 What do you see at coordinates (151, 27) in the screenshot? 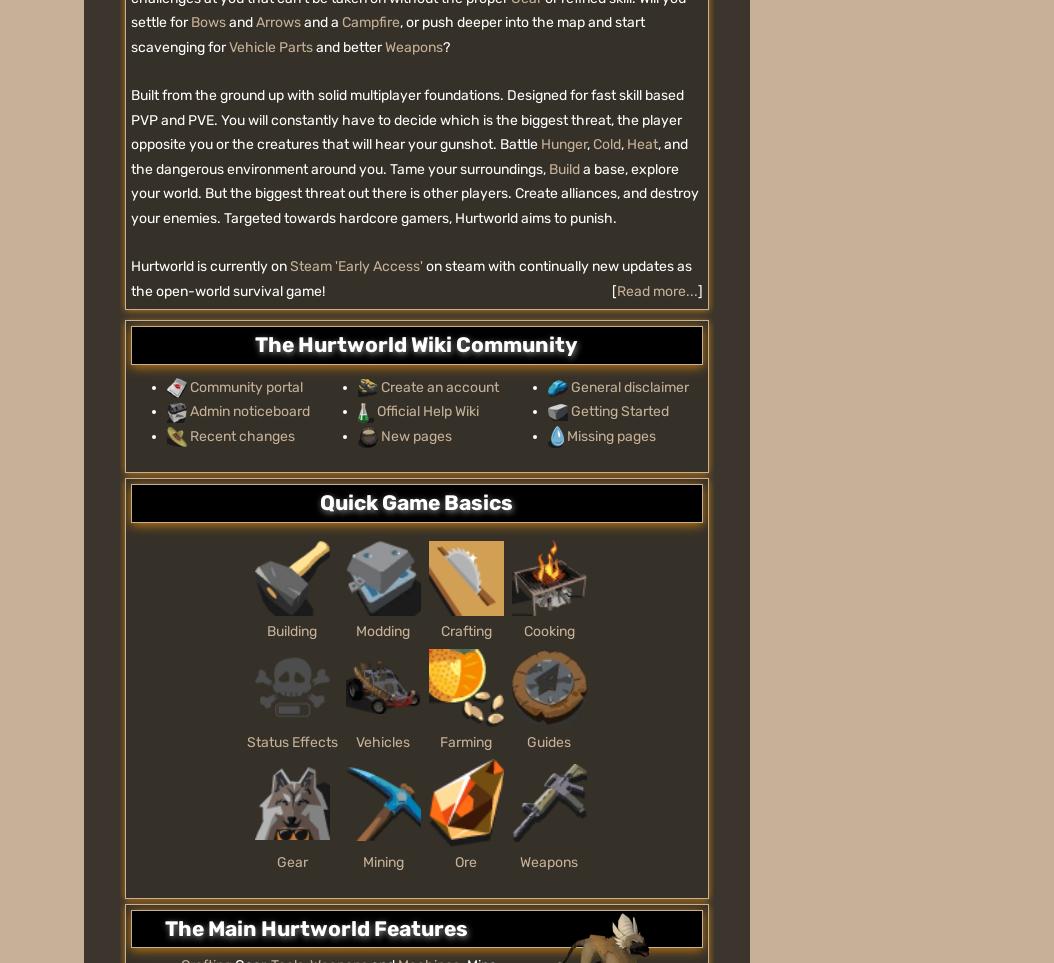
I see `'Explore properties'` at bounding box center [151, 27].